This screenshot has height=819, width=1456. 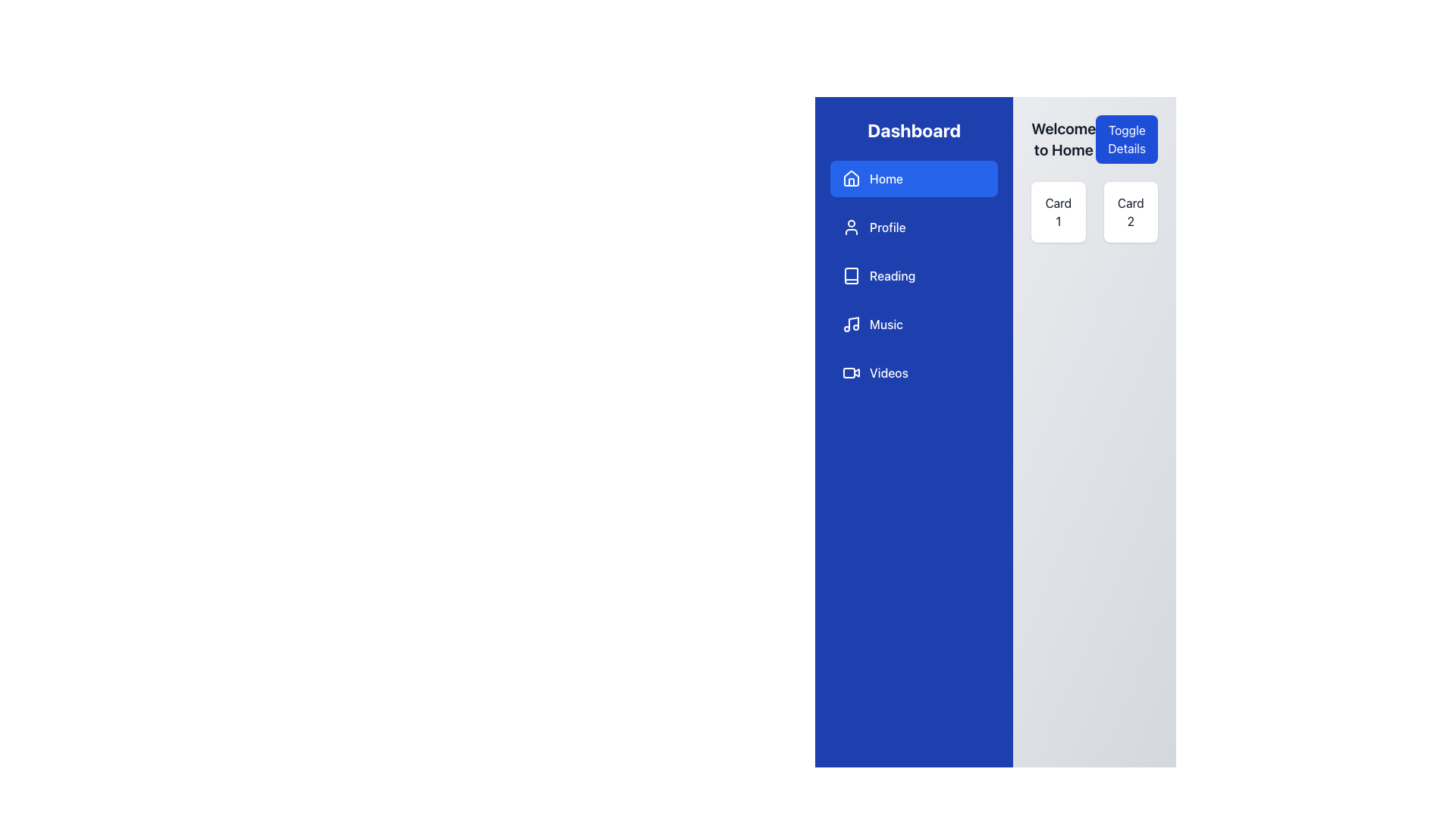 I want to click on the icon segment representing 'Reading' in the sidebar menu, which resembles a book with rounded corners and a vertical division line, so click(x=852, y=275).